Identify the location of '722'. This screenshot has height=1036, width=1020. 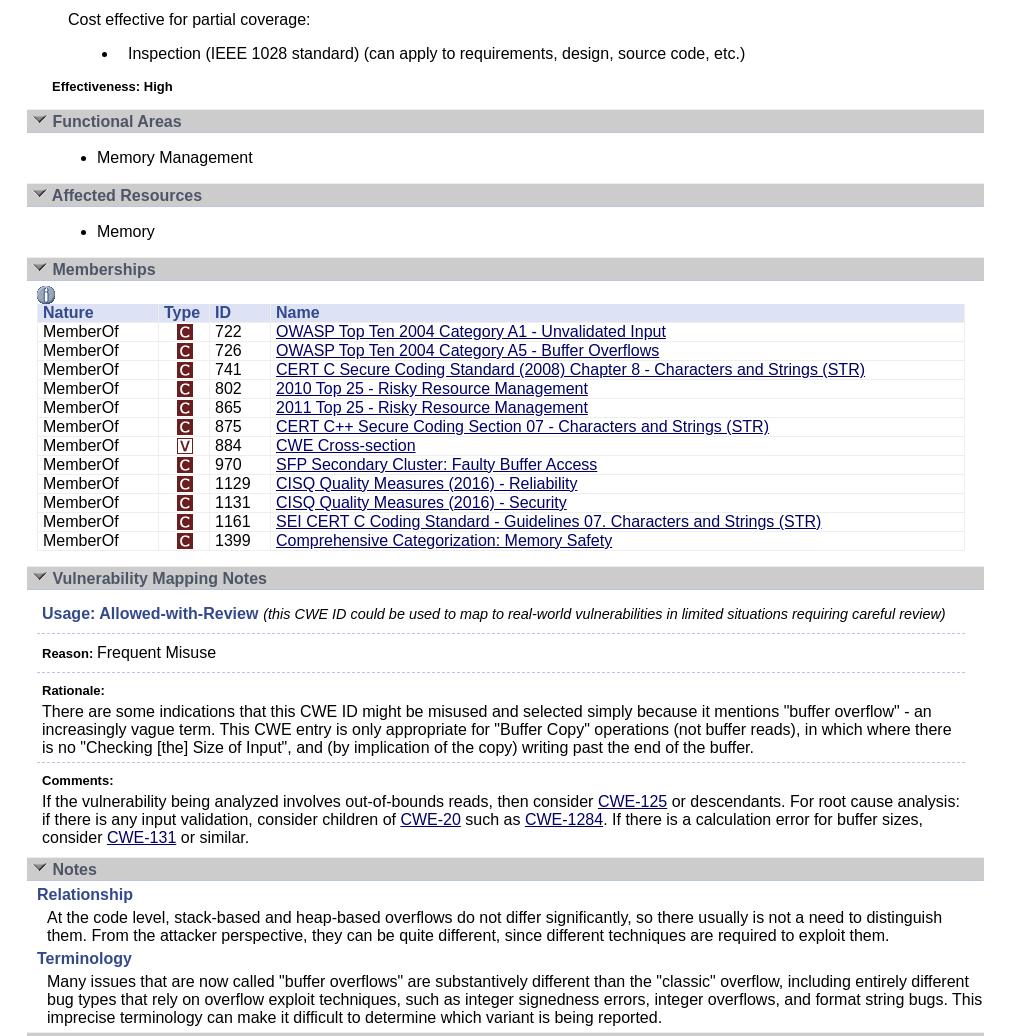
(227, 331).